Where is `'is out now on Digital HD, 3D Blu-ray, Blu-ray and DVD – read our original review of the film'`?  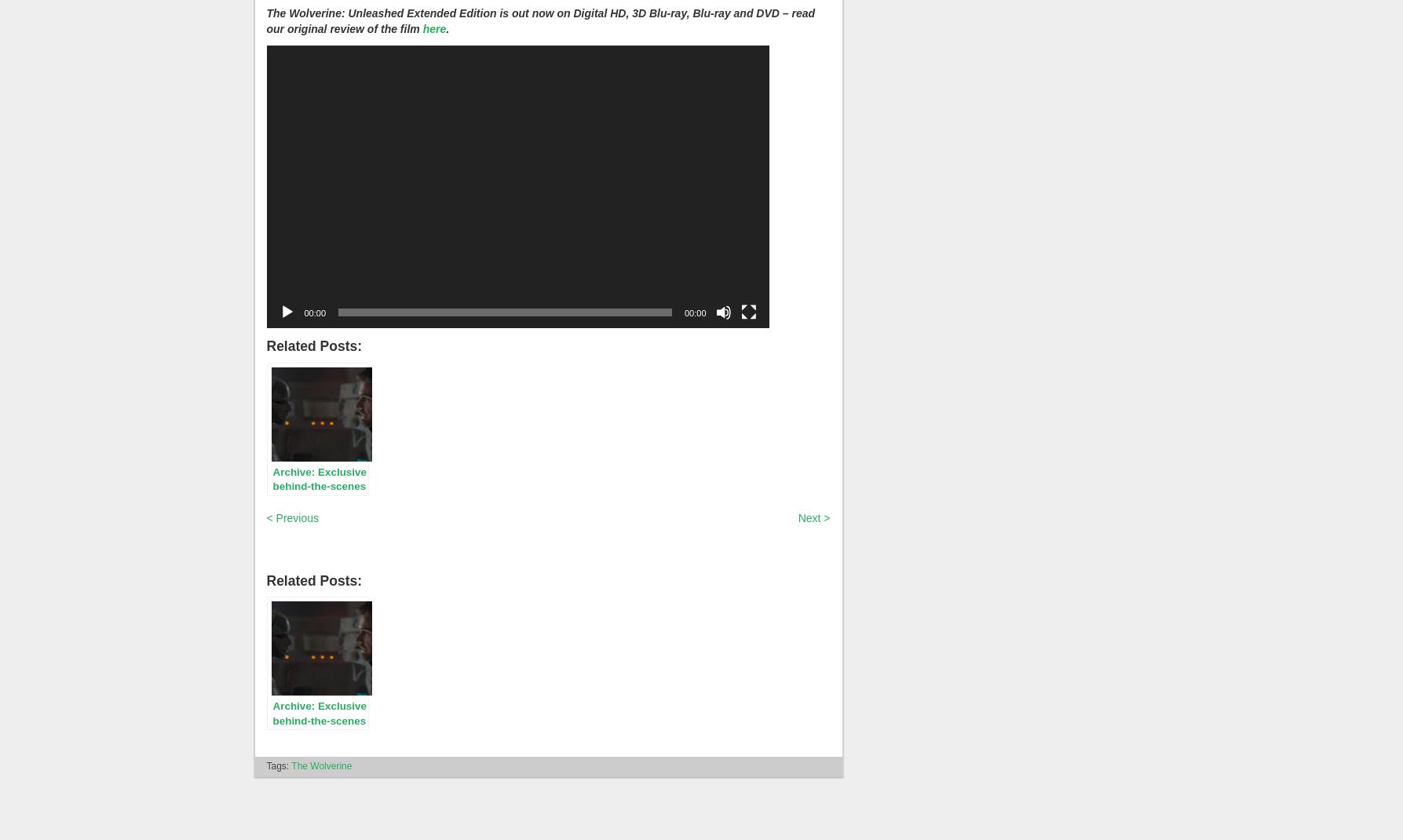
'is out now on Digital HD, 3D Blu-ray, Blu-ray and DVD – read our original review of the film' is located at coordinates (539, 20).